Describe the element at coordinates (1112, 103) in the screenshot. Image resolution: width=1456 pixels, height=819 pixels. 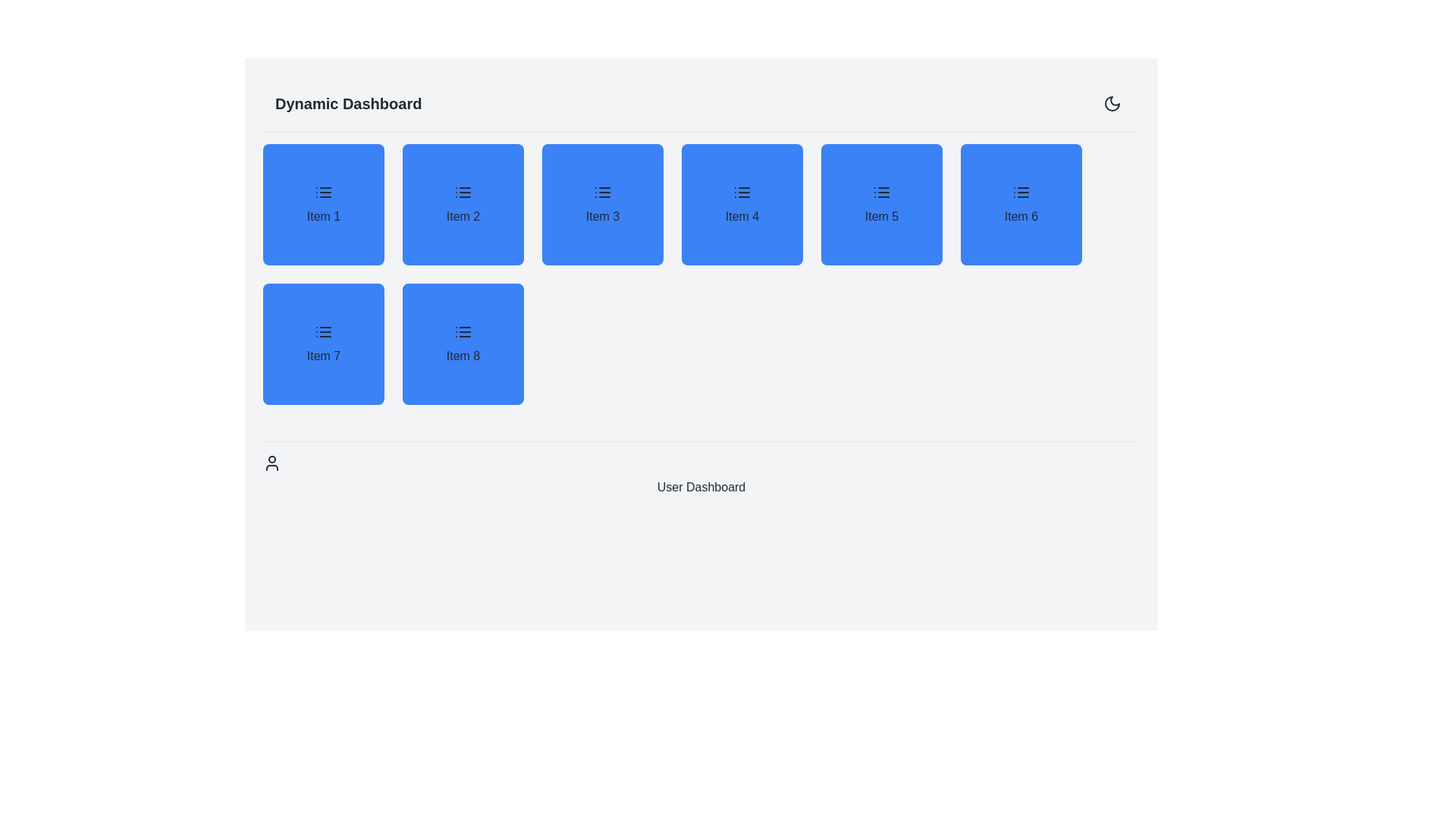
I see `the crescent moon icon button located in the top-right corner of the interface` at that location.